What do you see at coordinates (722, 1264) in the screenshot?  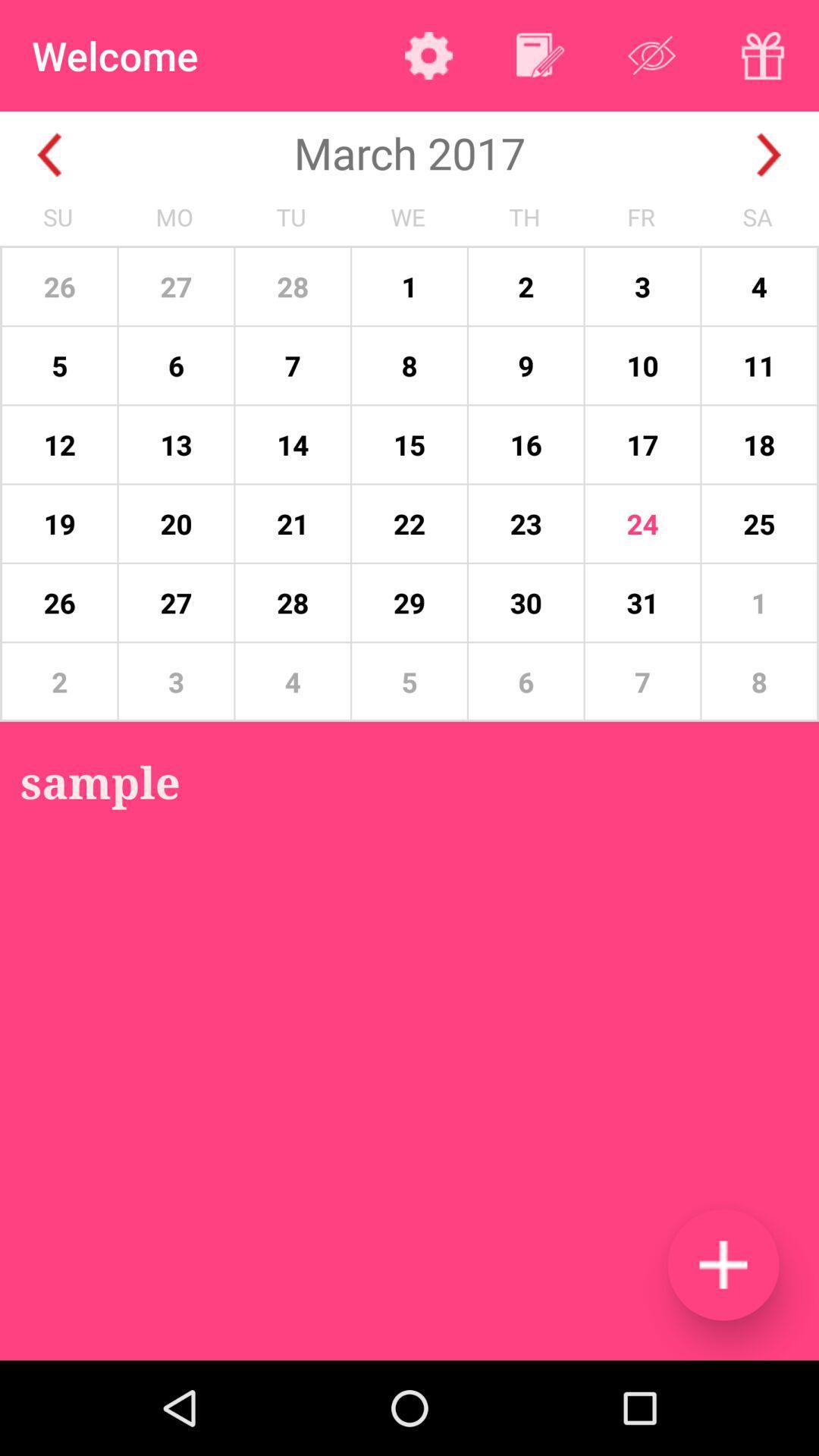 I see `appointment` at bounding box center [722, 1264].